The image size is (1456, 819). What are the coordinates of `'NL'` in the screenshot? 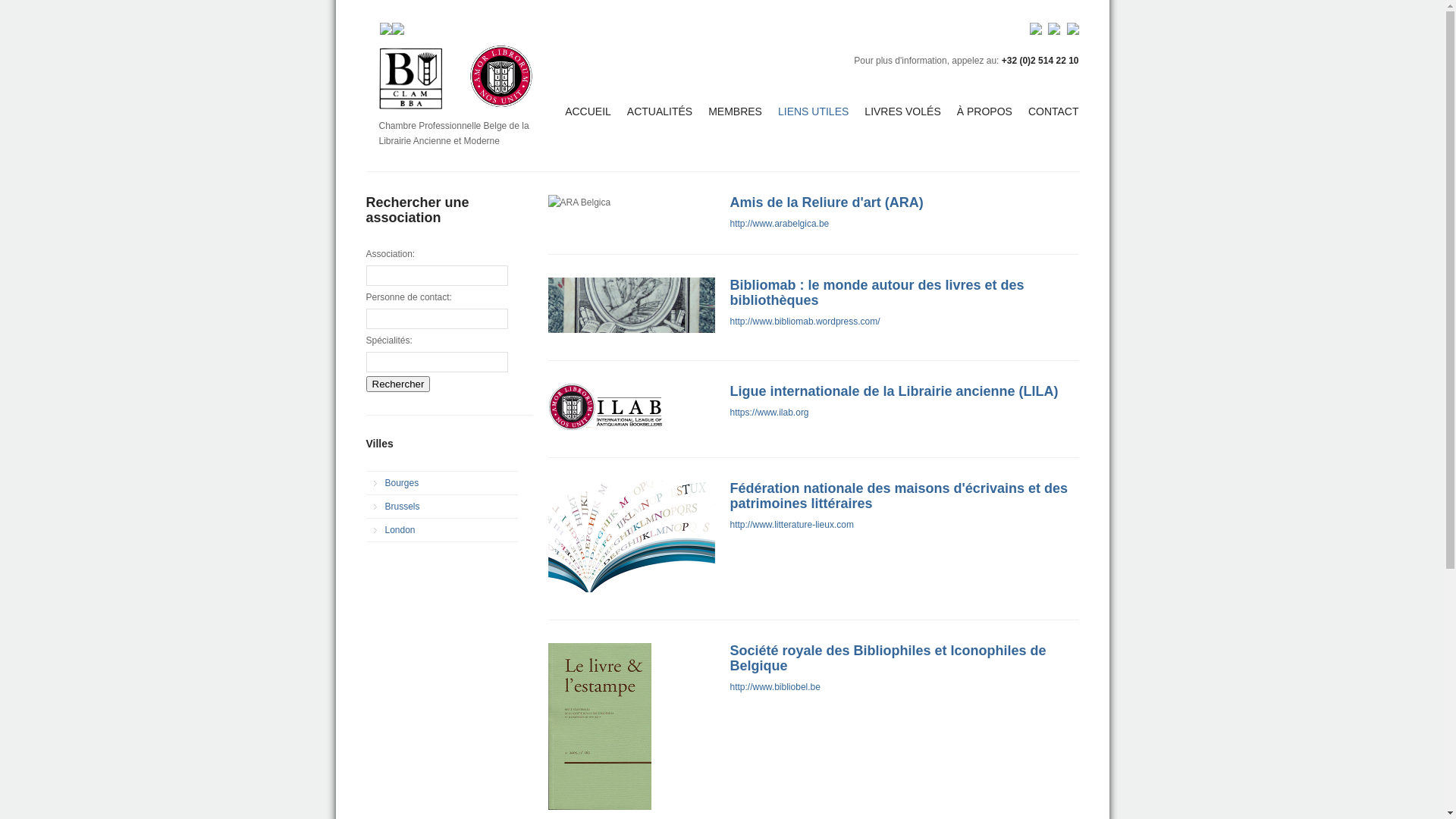 It's located at (1054, 32).